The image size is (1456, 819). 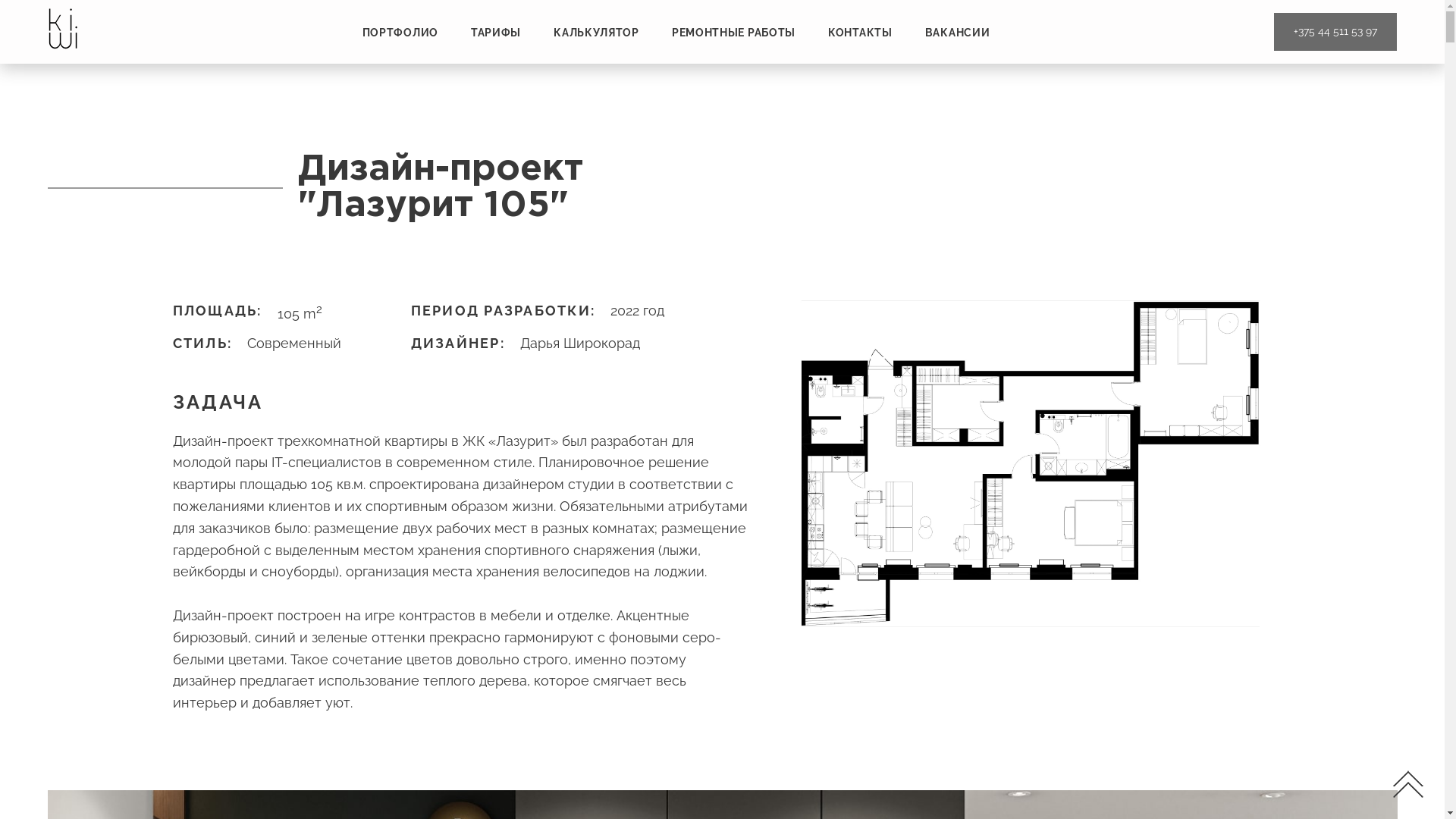 What do you see at coordinates (1335, 32) in the screenshot?
I see `'+375 44 511 53 97'` at bounding box center [1335, 32].